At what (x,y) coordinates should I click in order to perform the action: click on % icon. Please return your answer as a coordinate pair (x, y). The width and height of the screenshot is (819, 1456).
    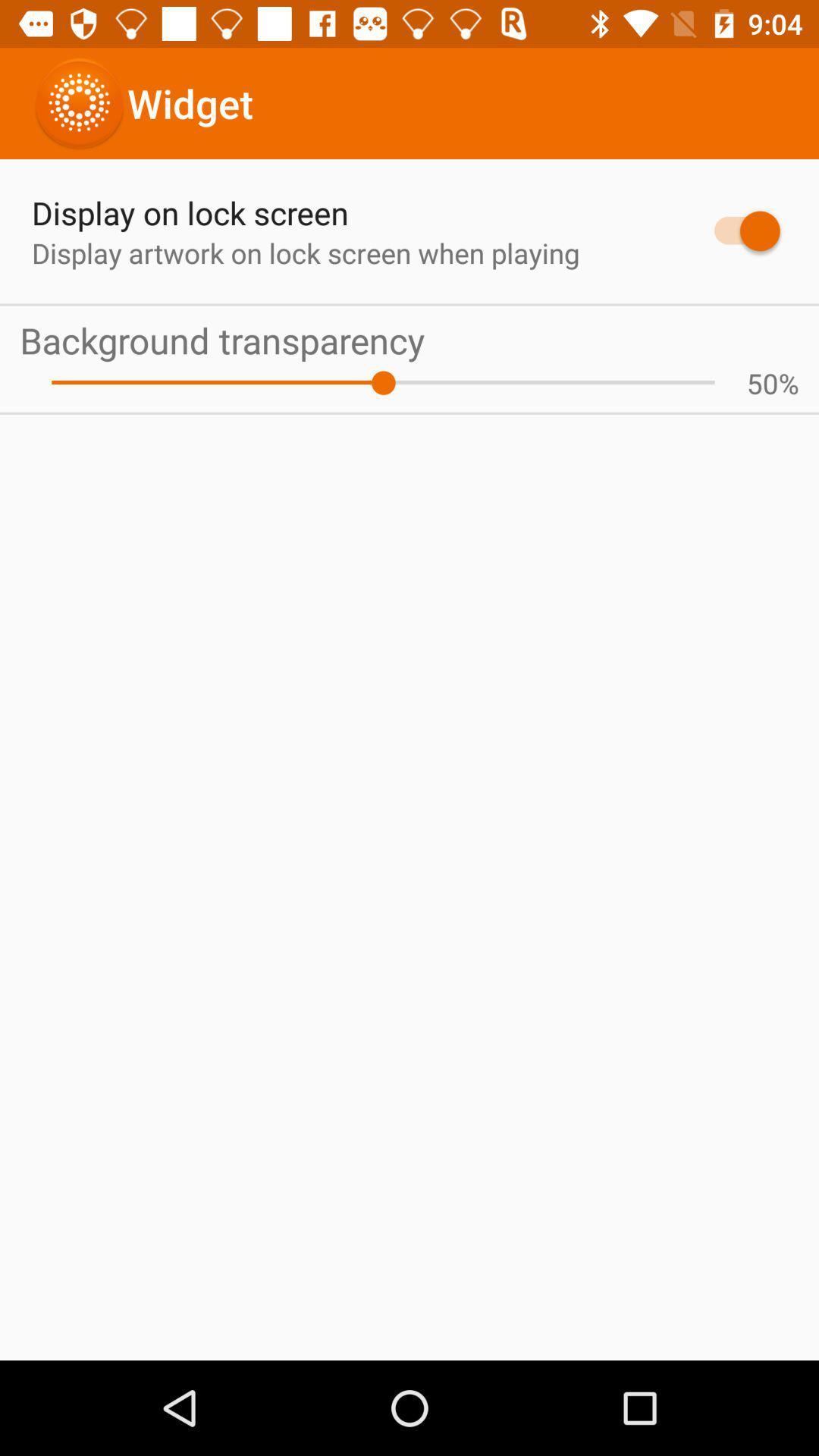
    Looking at the image, I should click on (788, 383).